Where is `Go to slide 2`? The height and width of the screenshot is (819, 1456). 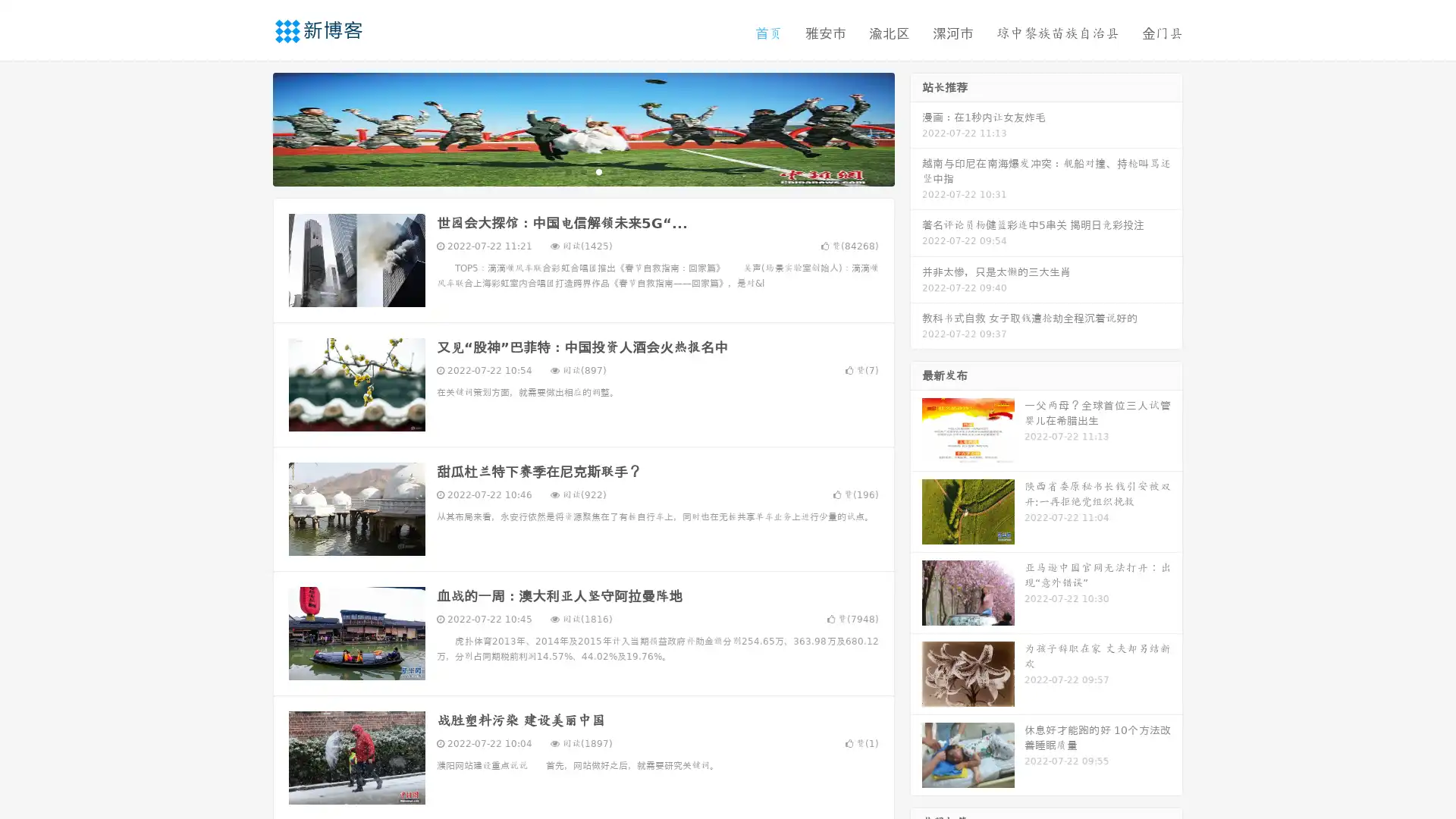 Go to slide 2 is located at coordinates (582, 171).